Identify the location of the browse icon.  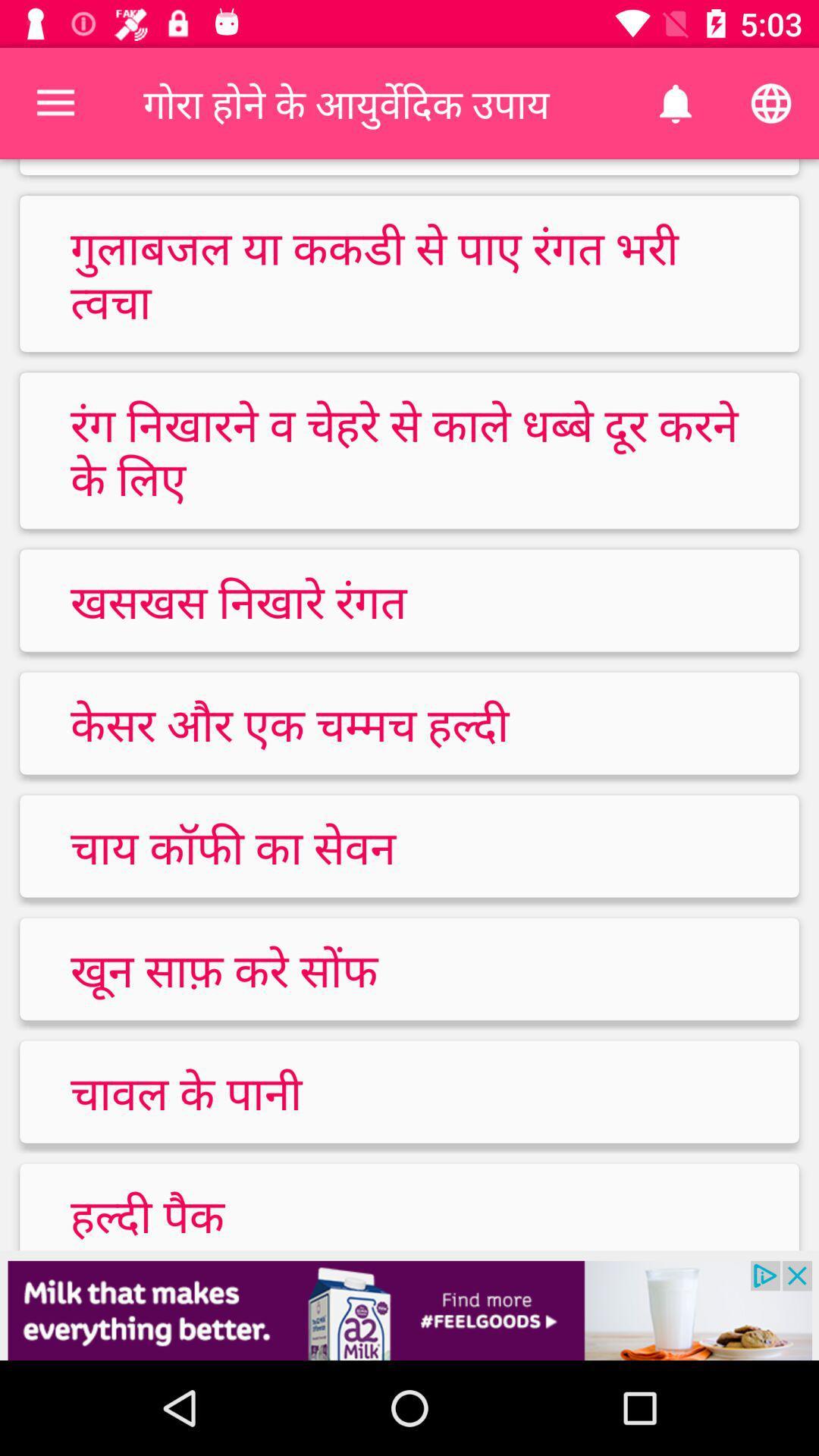
(771, 103).